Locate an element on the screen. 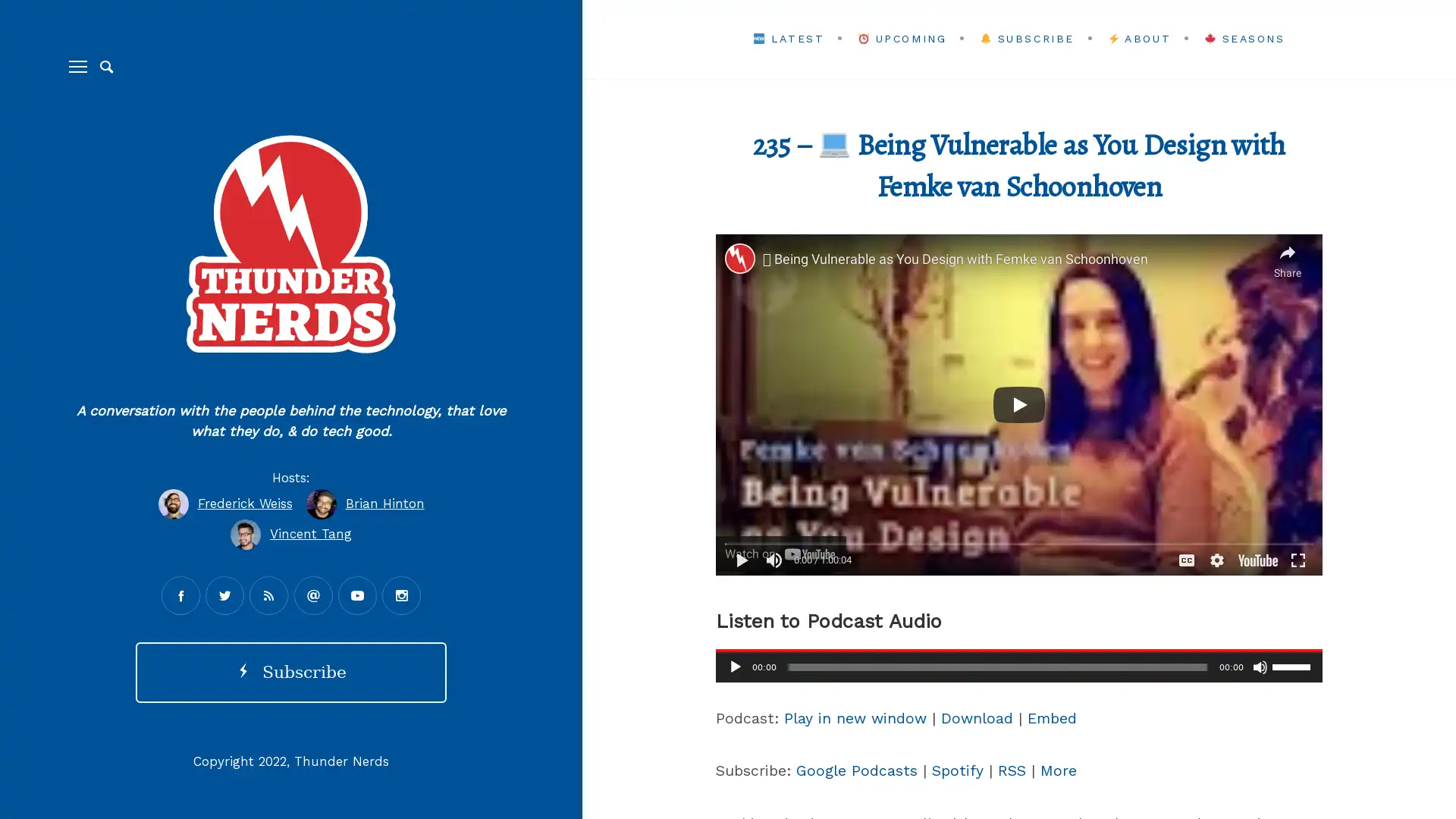 The height and width of the screenshot is (819, 1456). Play is located at coordinates (735, 666).